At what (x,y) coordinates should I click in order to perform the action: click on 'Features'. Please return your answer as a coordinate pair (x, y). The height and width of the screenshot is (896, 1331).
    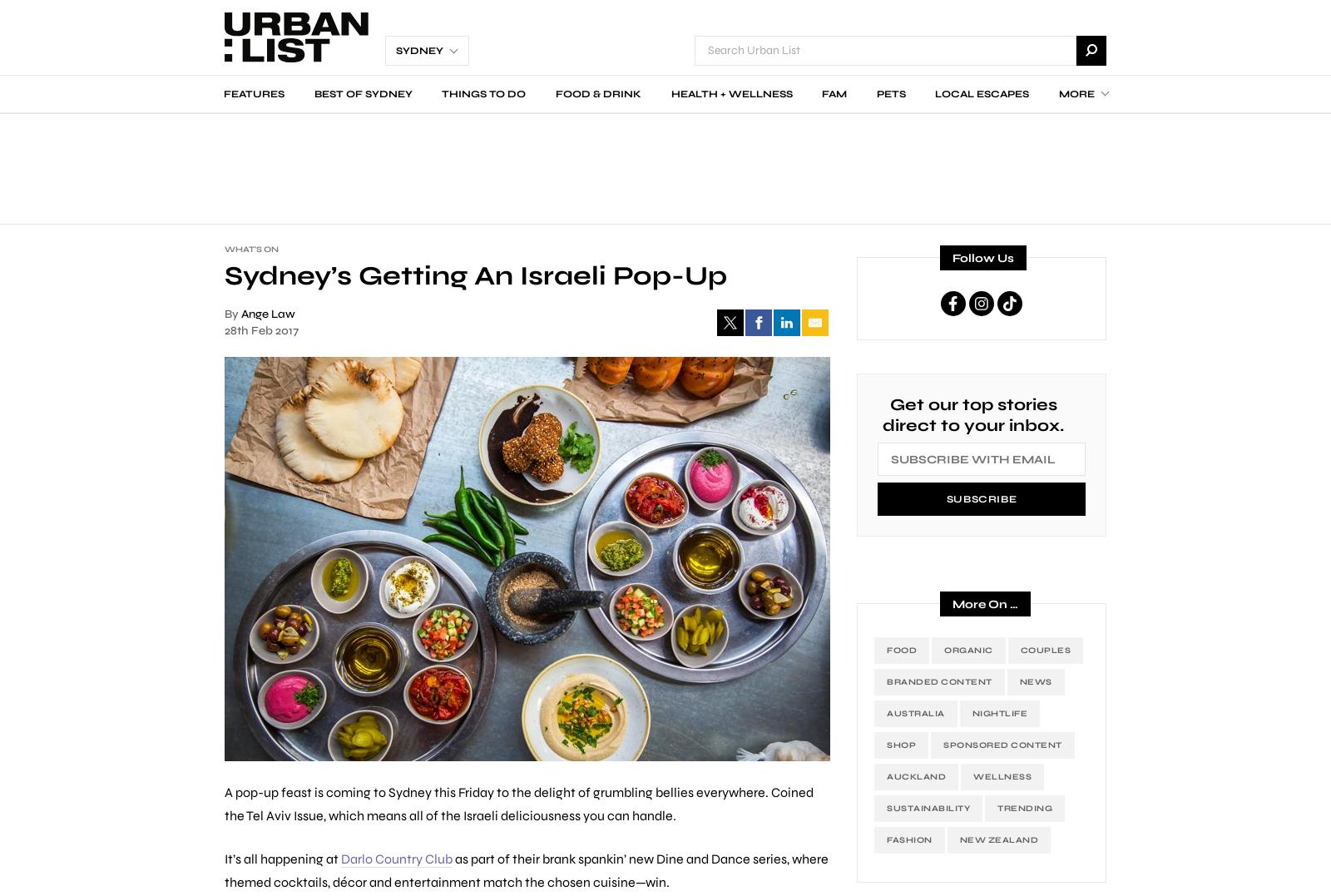
    Looking at the image, I should click on (254, 92).